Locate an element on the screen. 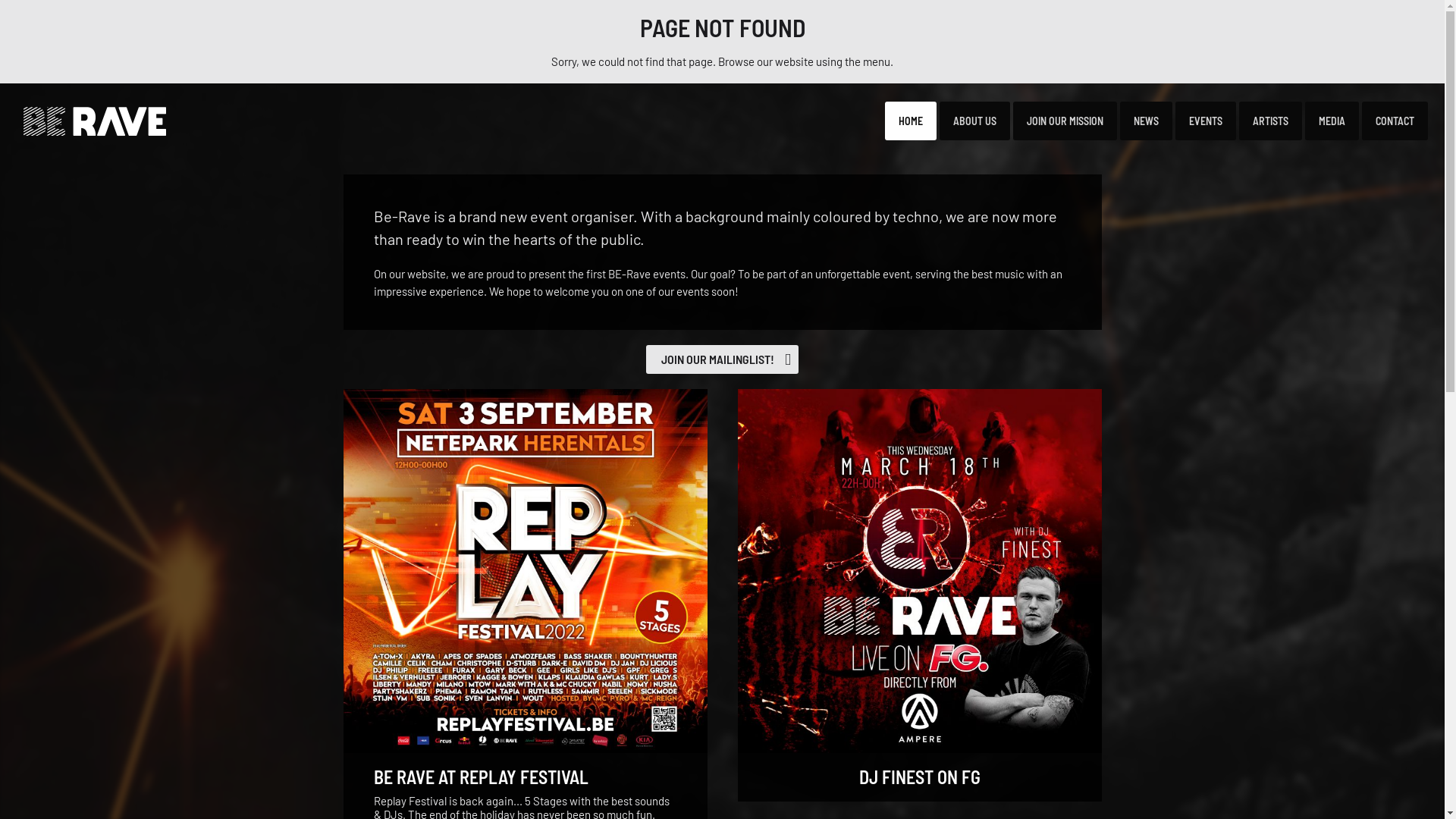 The width and height of the screenshot is (1456, 819). 'HOME' is located at coordinates (910, 120).